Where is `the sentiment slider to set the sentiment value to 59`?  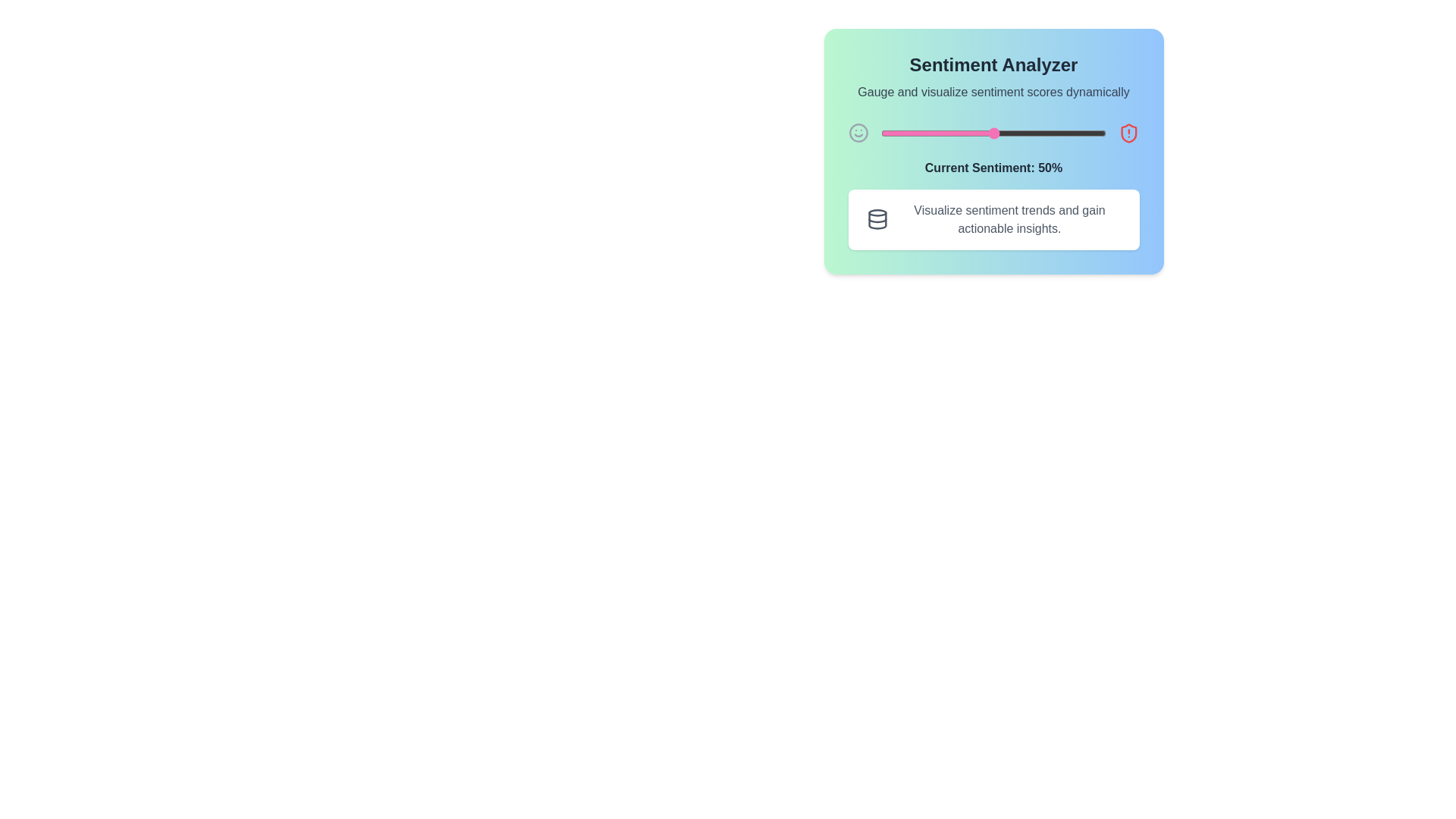 the sentiment slider to set the sentiment value to 59 is located at coordinates (1014, 133).